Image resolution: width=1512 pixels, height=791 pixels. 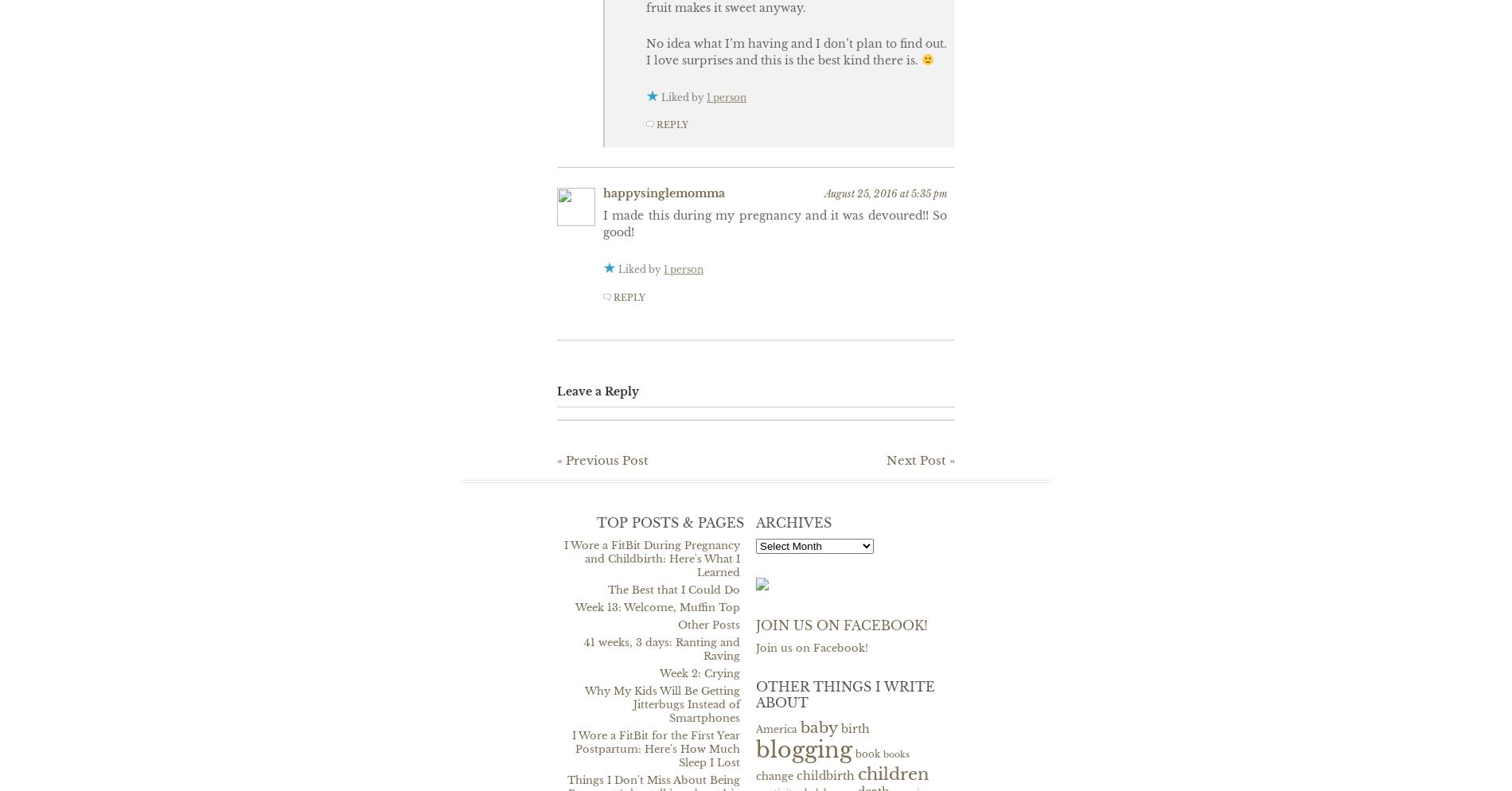 What do you see at coordinates (845, 694) in the screenshot?
I see `'Other Things I Write About'` at bounding box center [845, 694].